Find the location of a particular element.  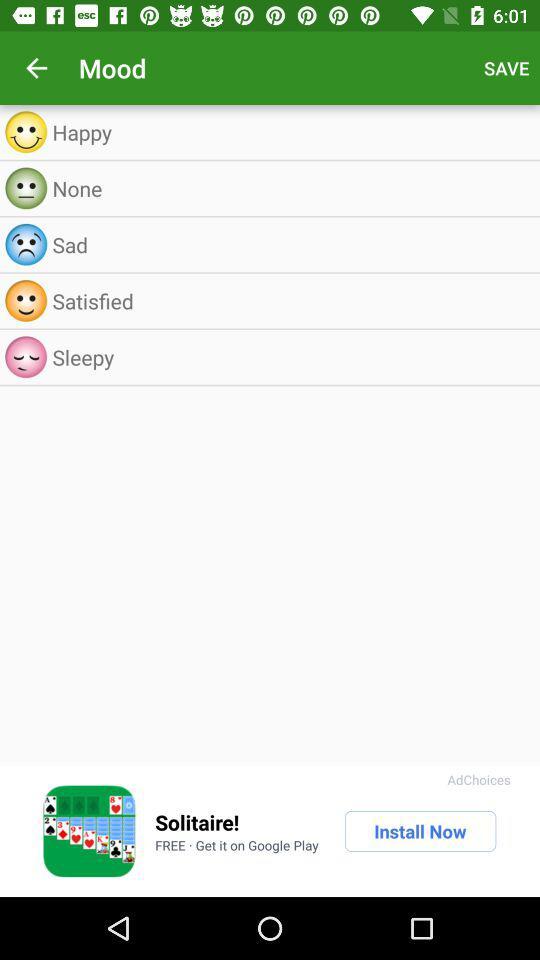

the item next to the free get it is located at coordinates (419, 831).